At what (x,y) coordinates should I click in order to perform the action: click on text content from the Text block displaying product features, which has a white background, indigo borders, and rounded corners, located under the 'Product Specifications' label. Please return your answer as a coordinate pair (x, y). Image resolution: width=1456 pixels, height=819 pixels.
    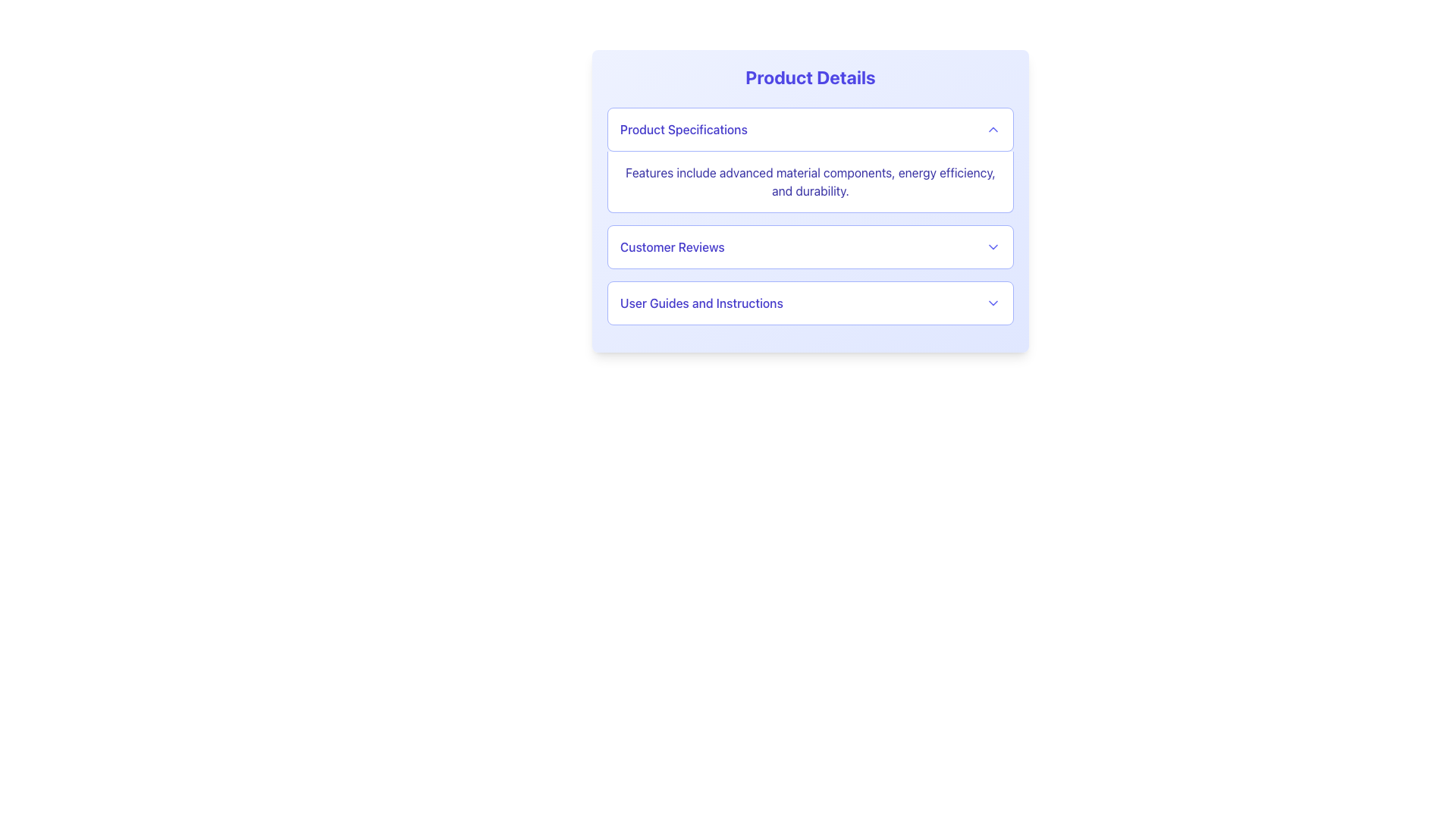
    Looking at the image, I should click on (810, 181).